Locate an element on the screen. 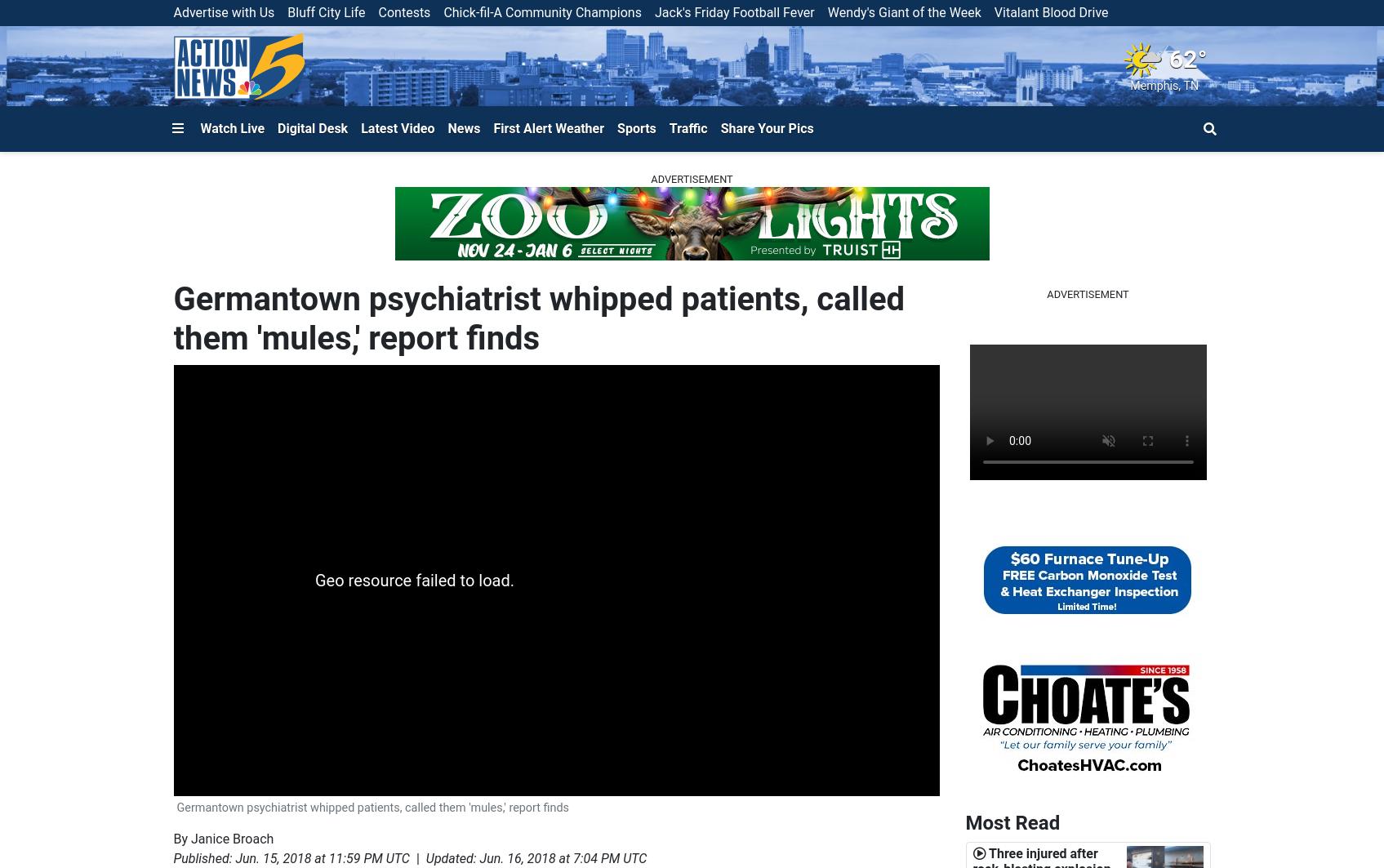 The width and height of the screenshot is (1384, 868). 'First Alert Weather' is located at coordinates (549, 127).